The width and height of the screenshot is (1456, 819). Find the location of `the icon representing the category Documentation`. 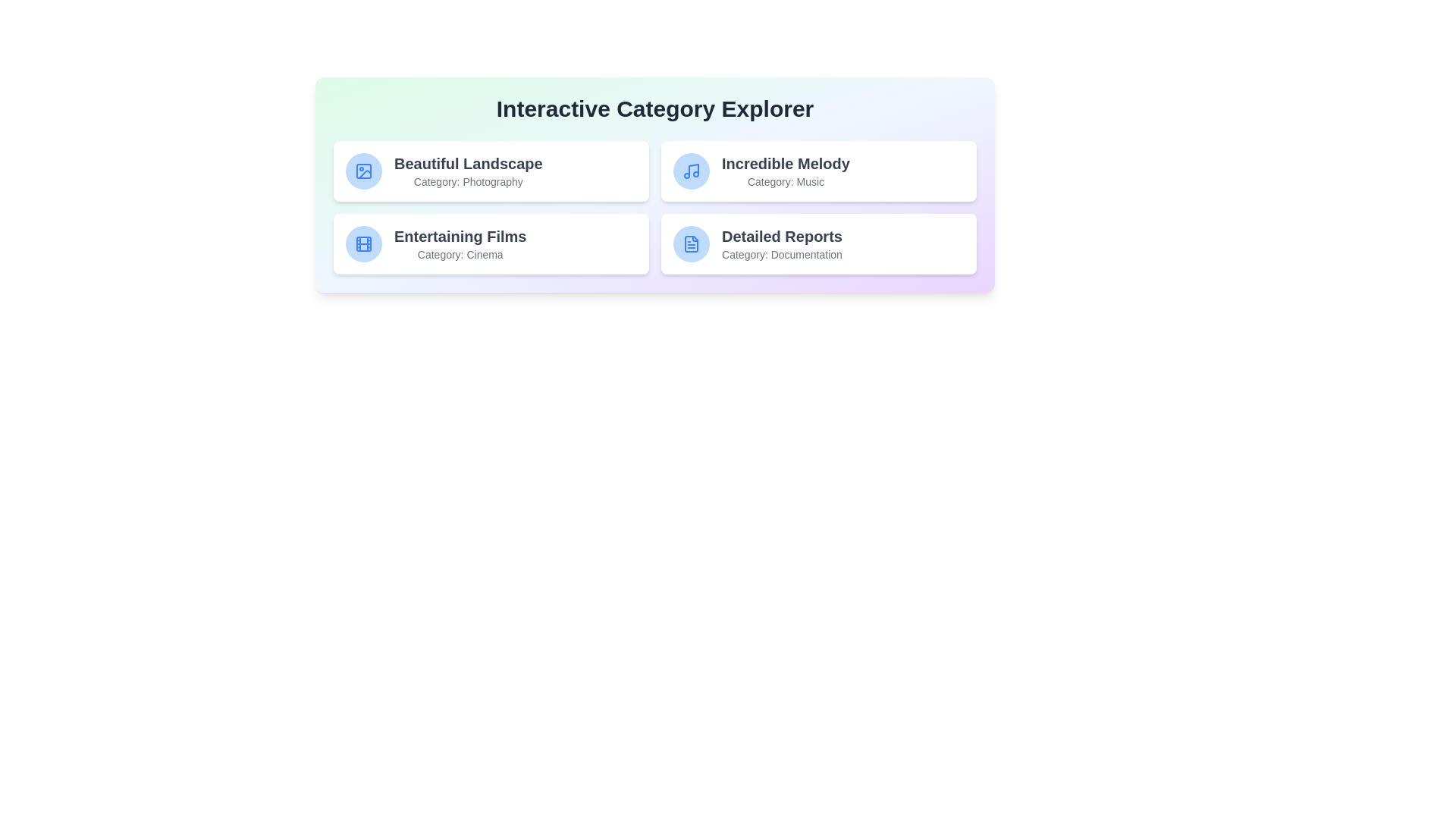

the icon representing the category Documentation is located at coordinates (691, 243).